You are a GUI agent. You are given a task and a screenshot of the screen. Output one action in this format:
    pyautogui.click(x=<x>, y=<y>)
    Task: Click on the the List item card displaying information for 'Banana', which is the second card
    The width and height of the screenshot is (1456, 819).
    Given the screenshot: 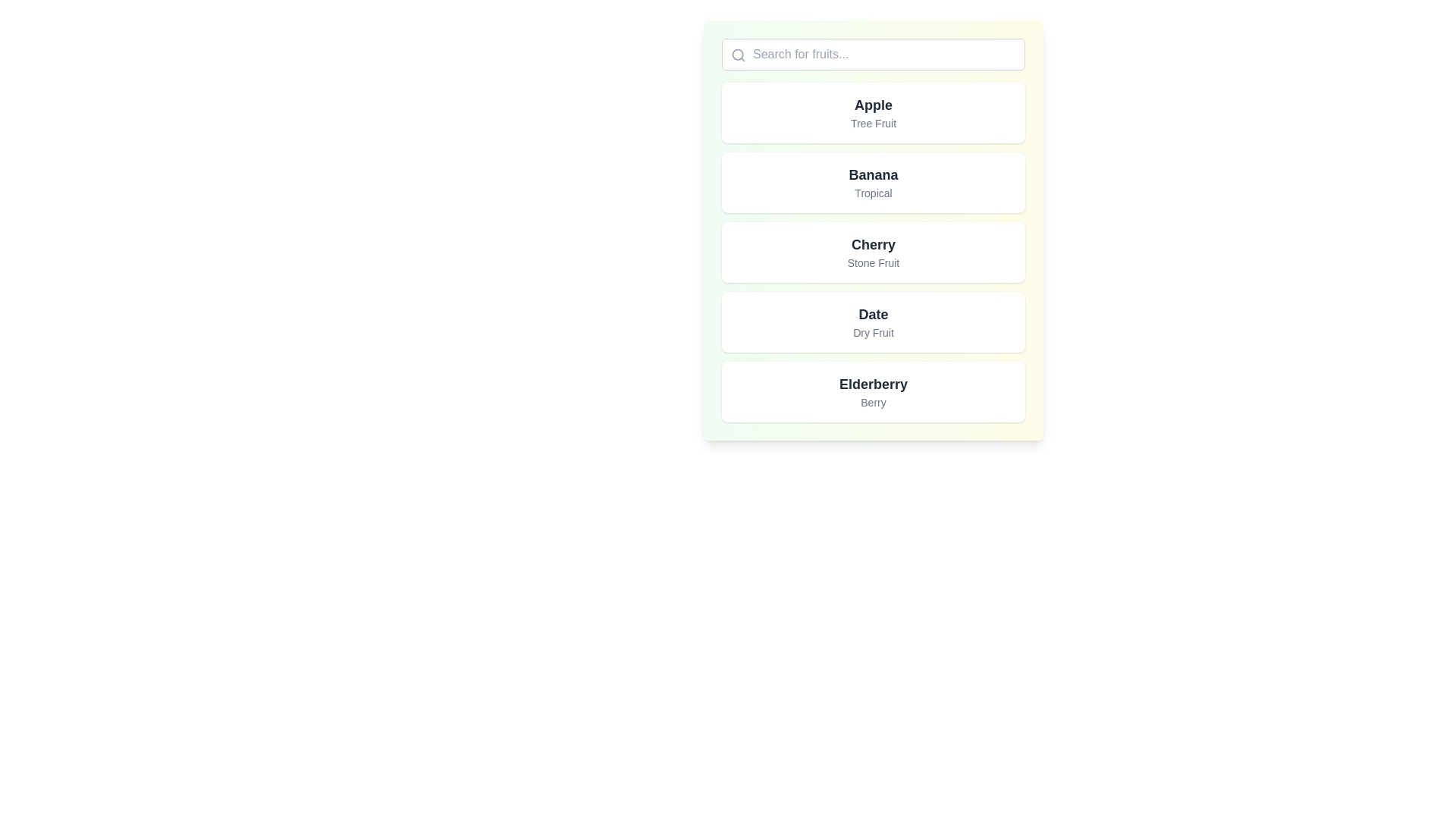 What is the action you would take?
    pyautogui.click(x=874, y=181)
    